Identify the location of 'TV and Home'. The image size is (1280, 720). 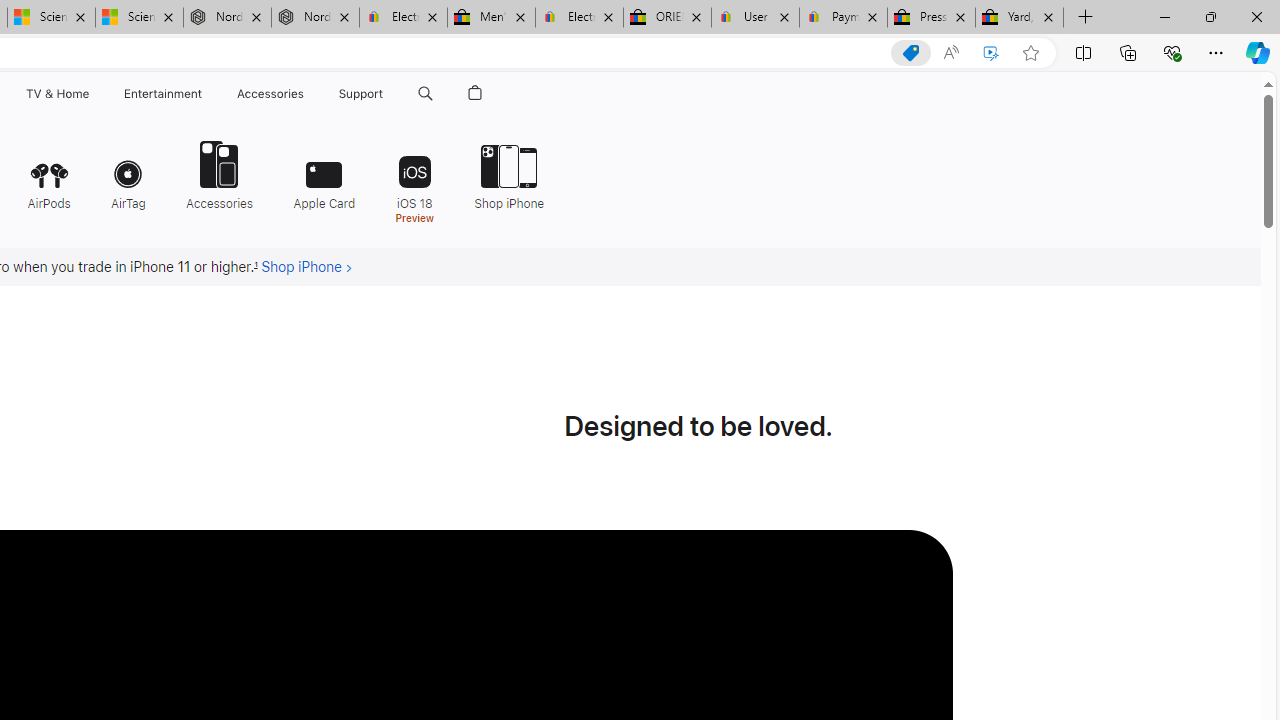
(56, 93).